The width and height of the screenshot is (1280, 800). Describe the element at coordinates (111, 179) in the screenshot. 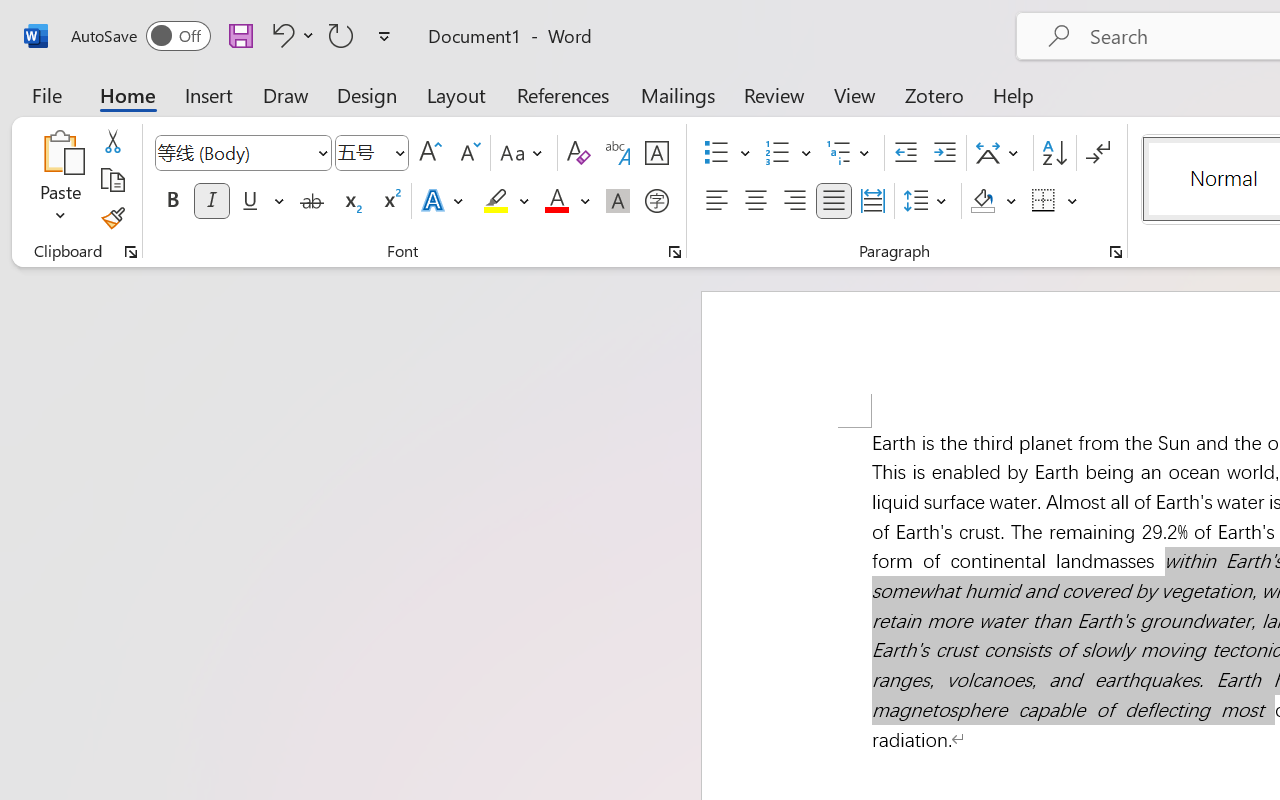

I see `'Copy'` at that location.